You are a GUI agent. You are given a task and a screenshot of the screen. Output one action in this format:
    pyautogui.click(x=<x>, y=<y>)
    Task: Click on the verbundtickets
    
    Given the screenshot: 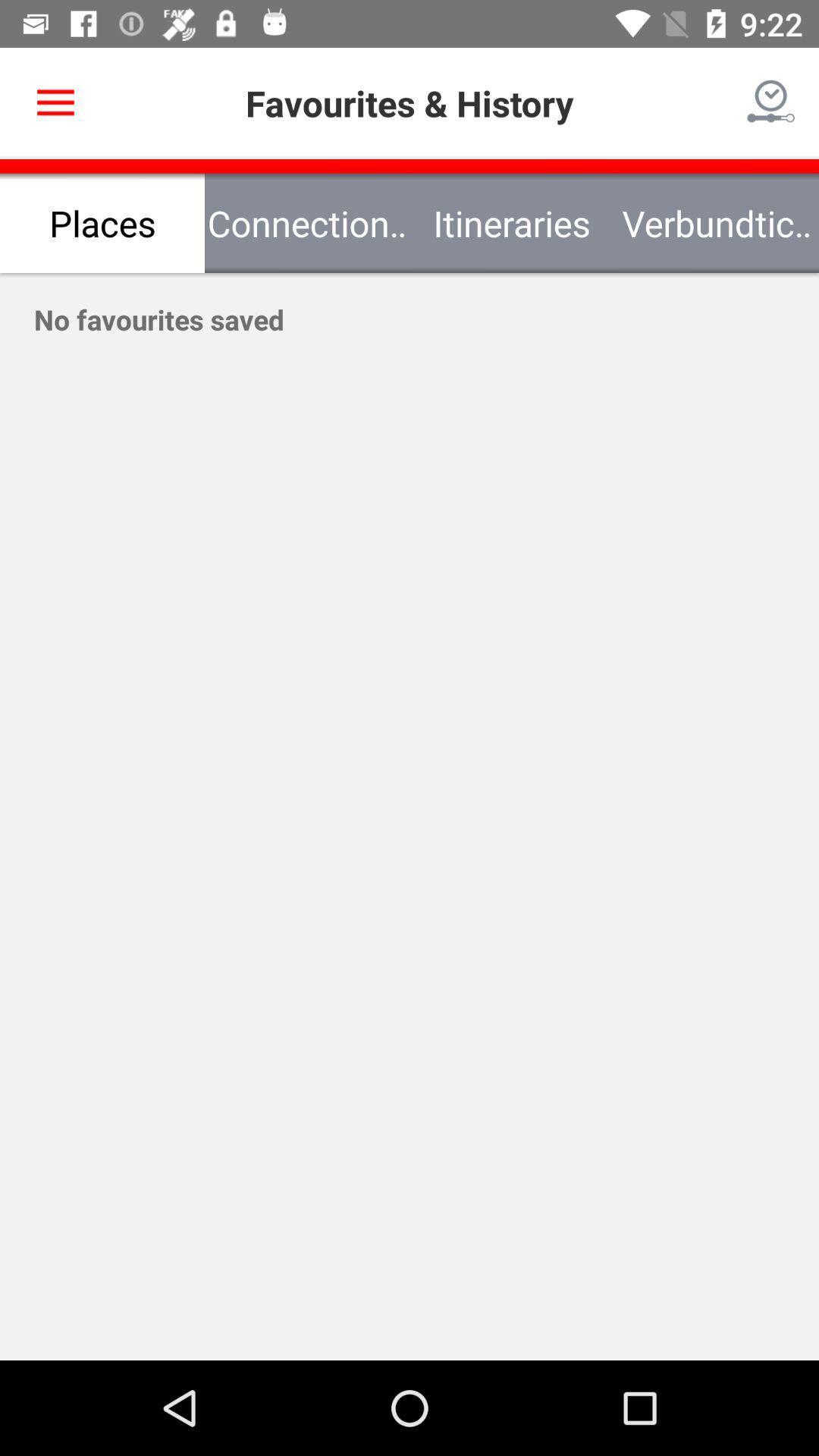 What is the action you would take?
    pyautogui.click(x=717, y=222)
    